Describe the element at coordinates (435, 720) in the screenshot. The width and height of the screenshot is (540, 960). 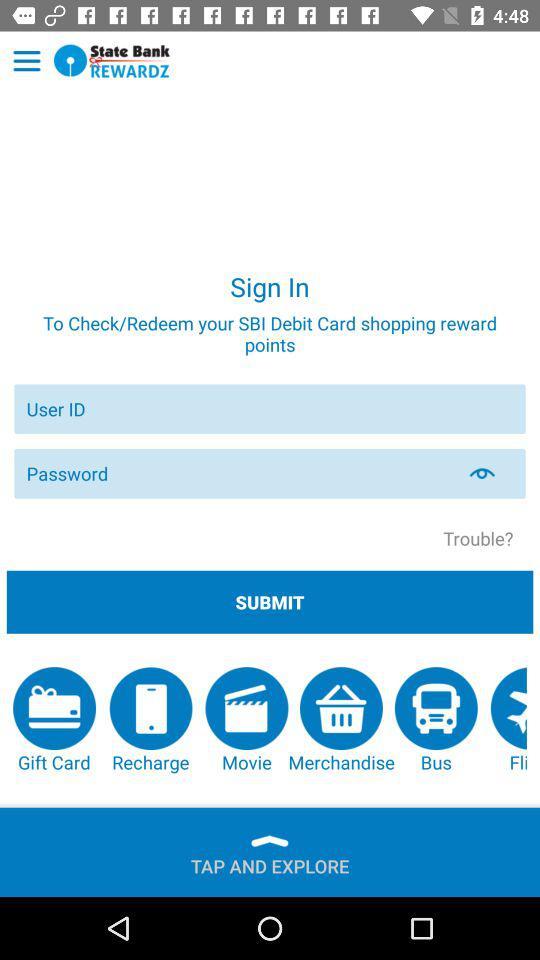
I see `app next to merchandise` at that location.